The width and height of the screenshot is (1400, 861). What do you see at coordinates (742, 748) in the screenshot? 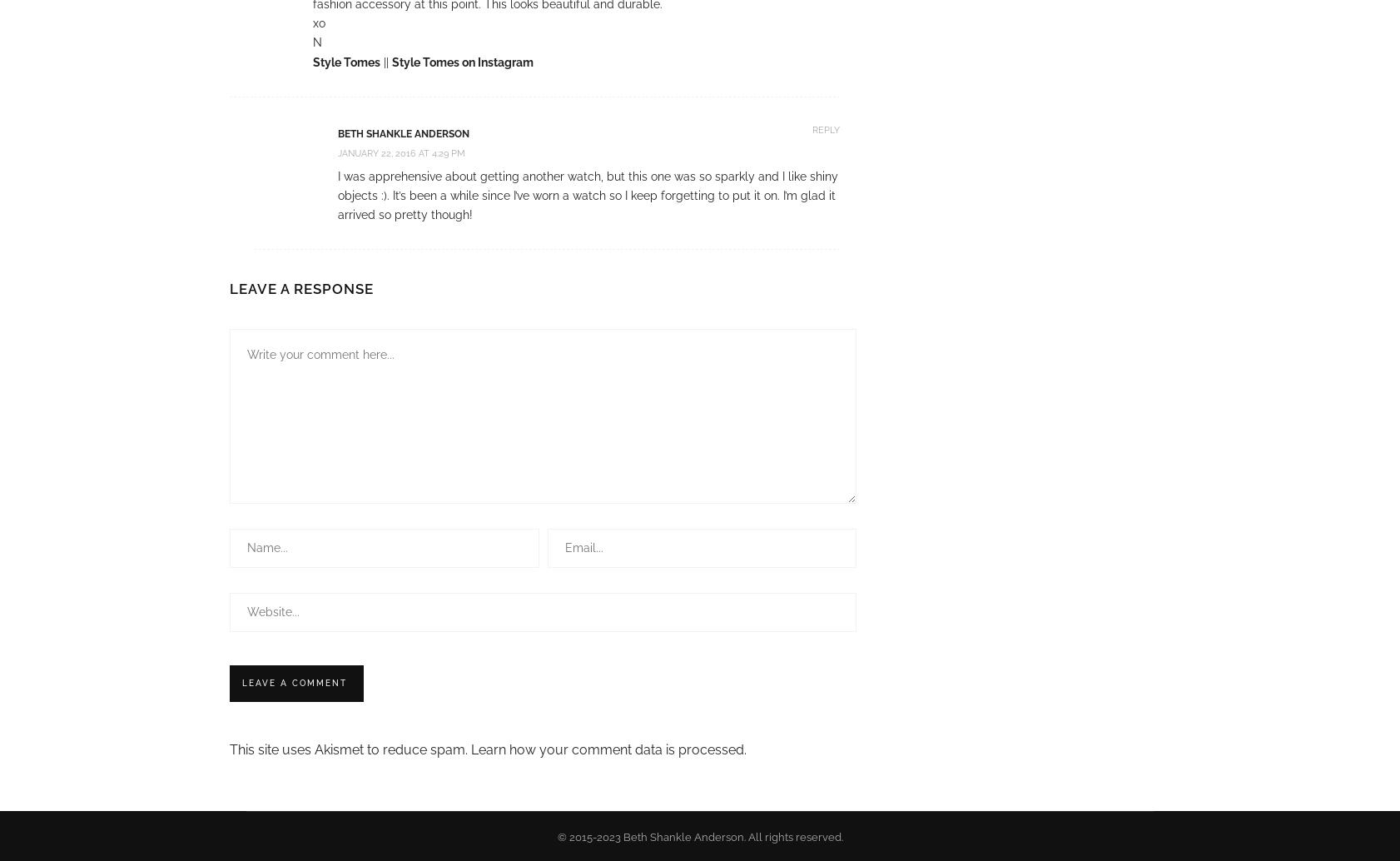
I see `'.'` at bounding box center [742, 748].